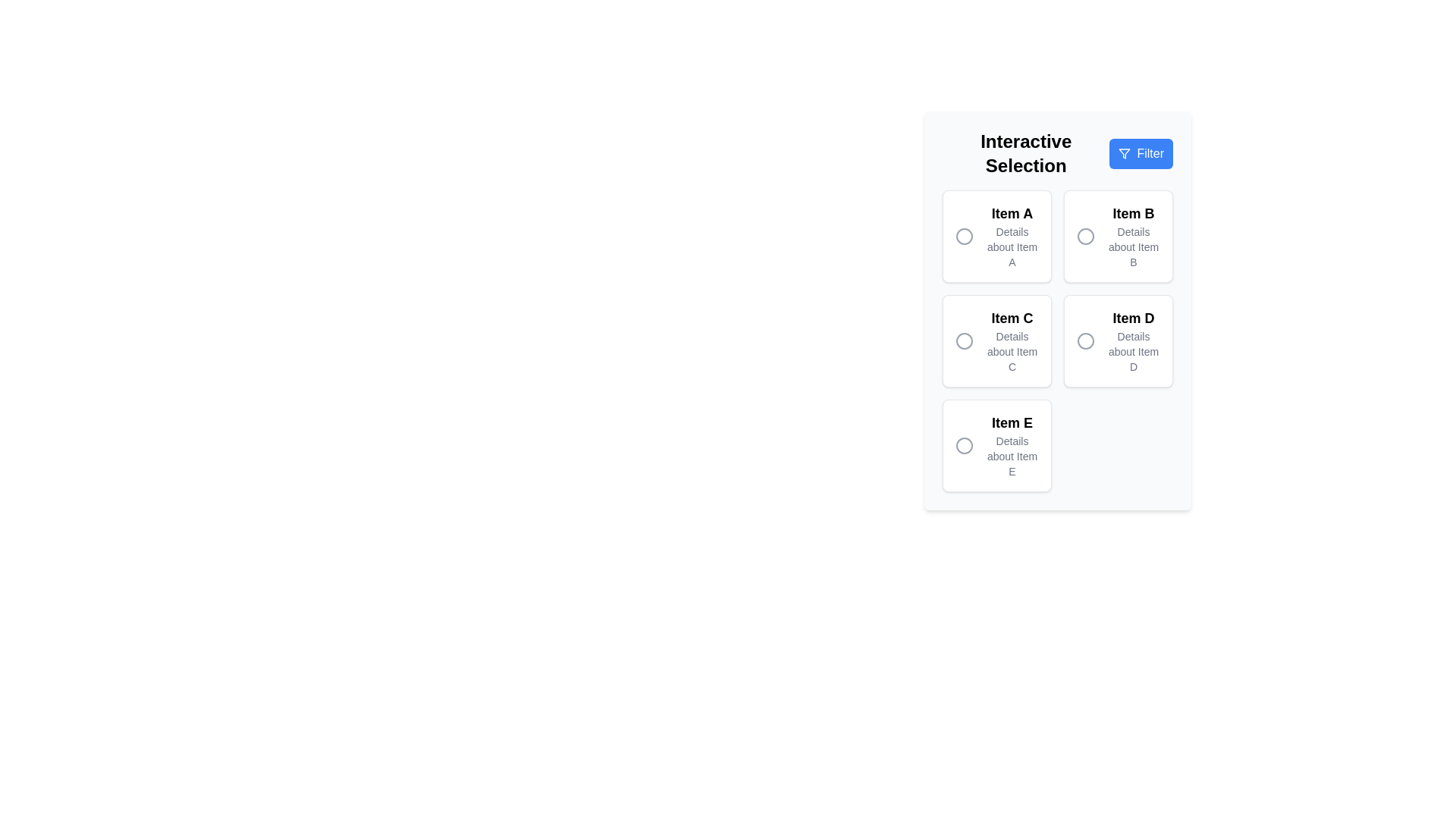  What do you see at coordinates (997, 444) in the screenshot?
I see `the radio button card for 'Item E'` at bounding box center [997, 444].